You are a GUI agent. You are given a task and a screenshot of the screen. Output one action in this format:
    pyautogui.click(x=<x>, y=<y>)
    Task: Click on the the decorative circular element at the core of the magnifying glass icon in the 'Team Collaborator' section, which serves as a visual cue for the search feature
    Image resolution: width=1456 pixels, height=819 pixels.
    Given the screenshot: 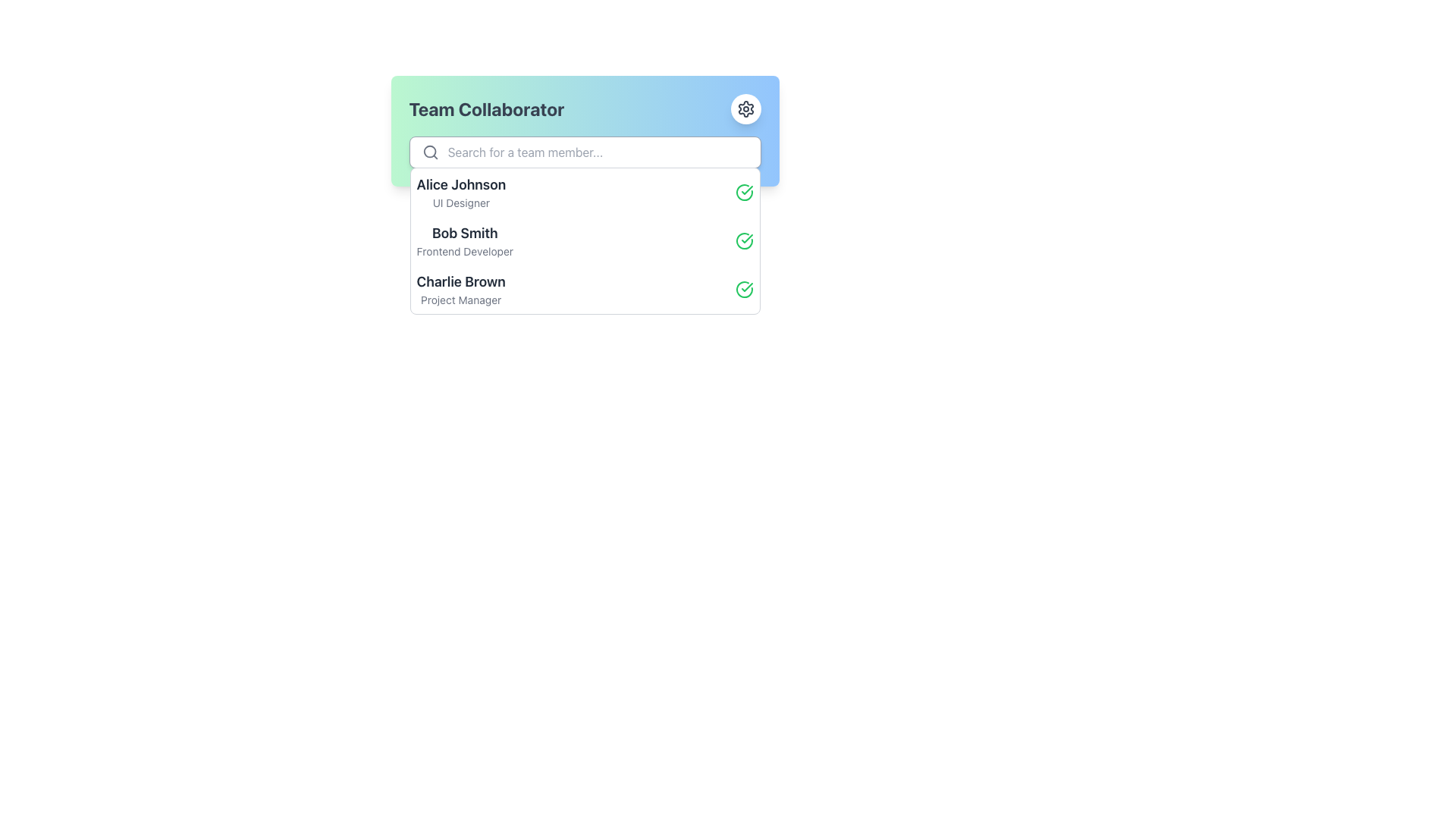 What is the action you would take?
    pyautogui.click(x=428, y=152)
    